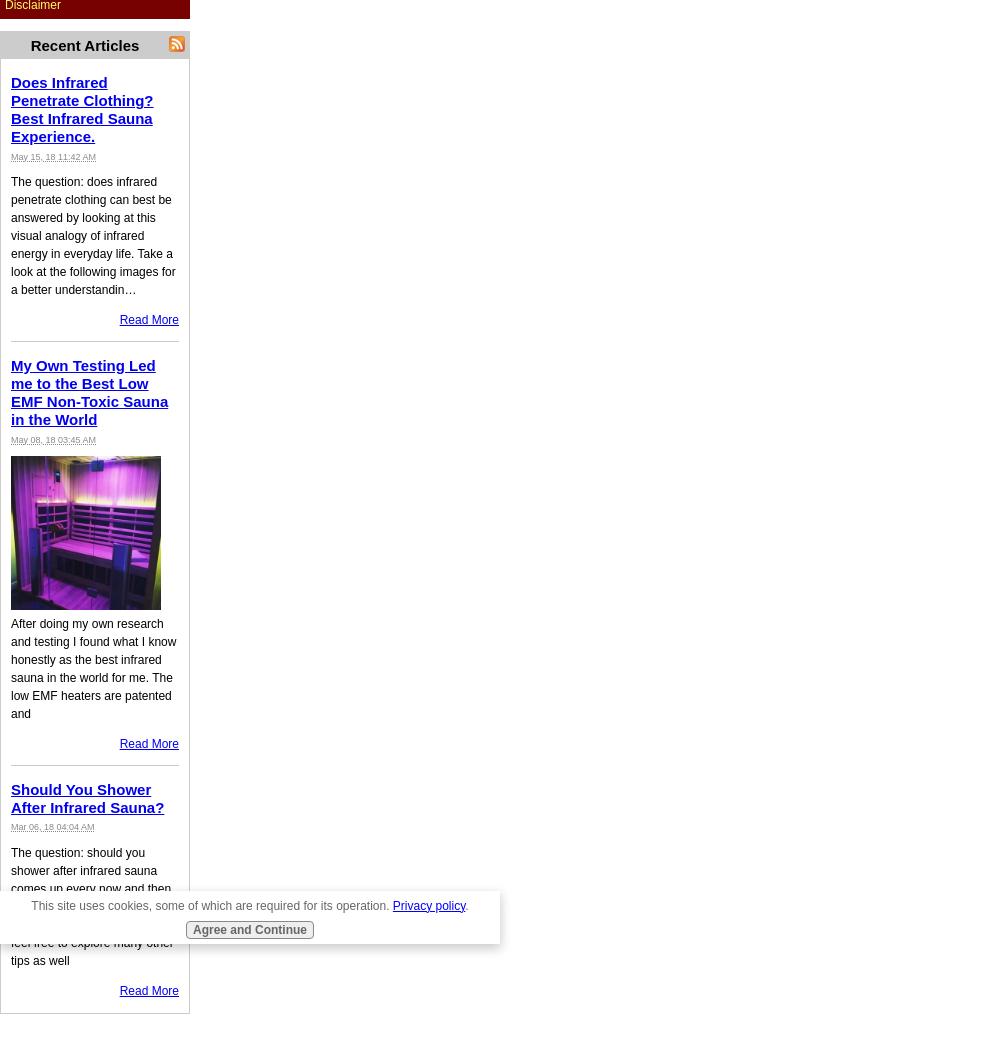 This screenshot has height=1056, width=1000. I want to click on 'Should You Shower After Infrared Sauna?', so click(86, 797).